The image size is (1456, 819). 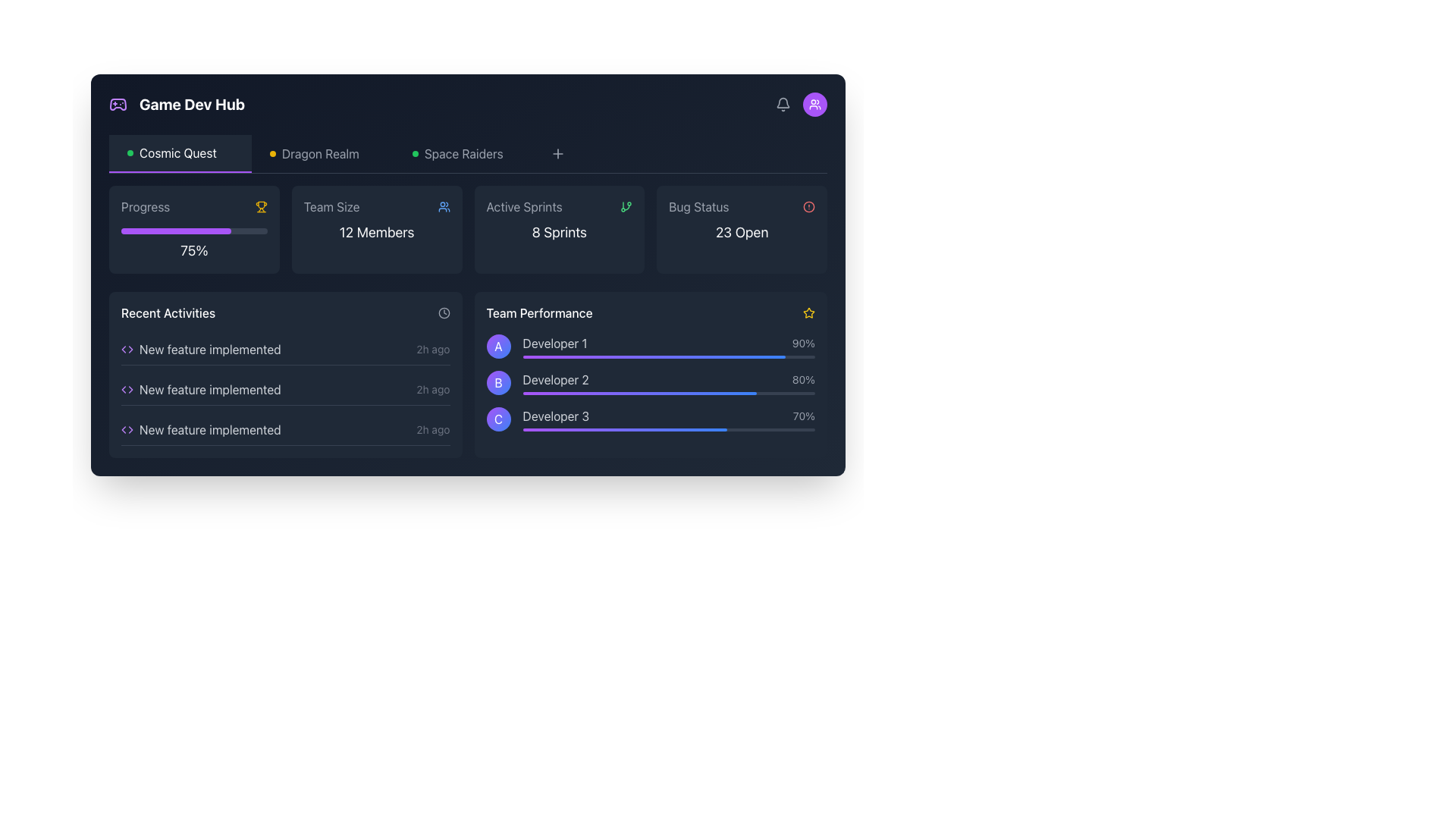 I want to click on the circular clock icon located in the top-right corner of the 'Recent Activities' section, so click(x=443, y=312).